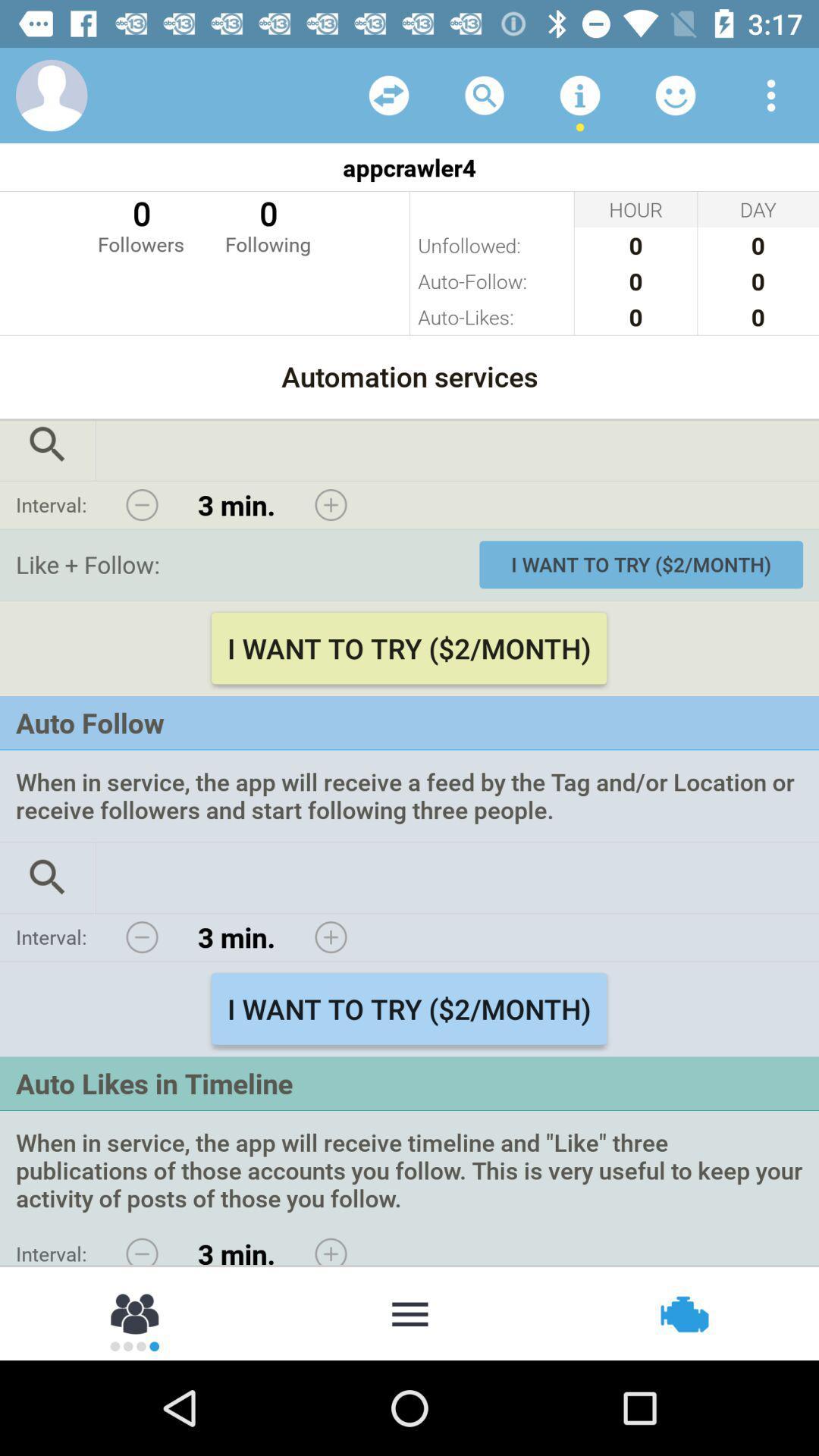  Describe the element at coordinates (675, 94) in the screenshot. I see `react with an emoji` at that location.